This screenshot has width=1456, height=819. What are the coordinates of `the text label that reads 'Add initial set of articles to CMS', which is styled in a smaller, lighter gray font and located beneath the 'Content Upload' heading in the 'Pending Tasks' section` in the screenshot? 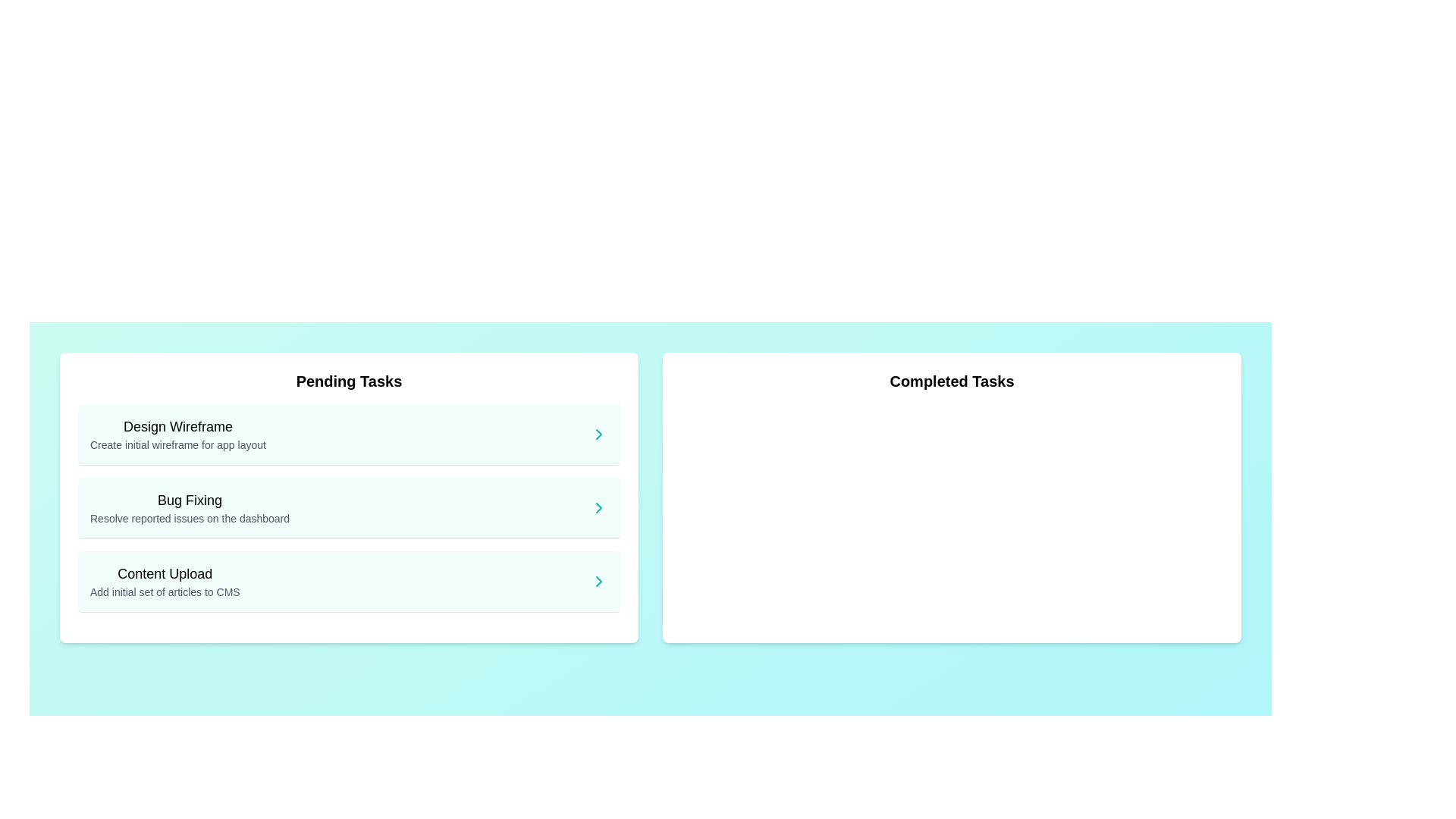 It's located at (165, 591).